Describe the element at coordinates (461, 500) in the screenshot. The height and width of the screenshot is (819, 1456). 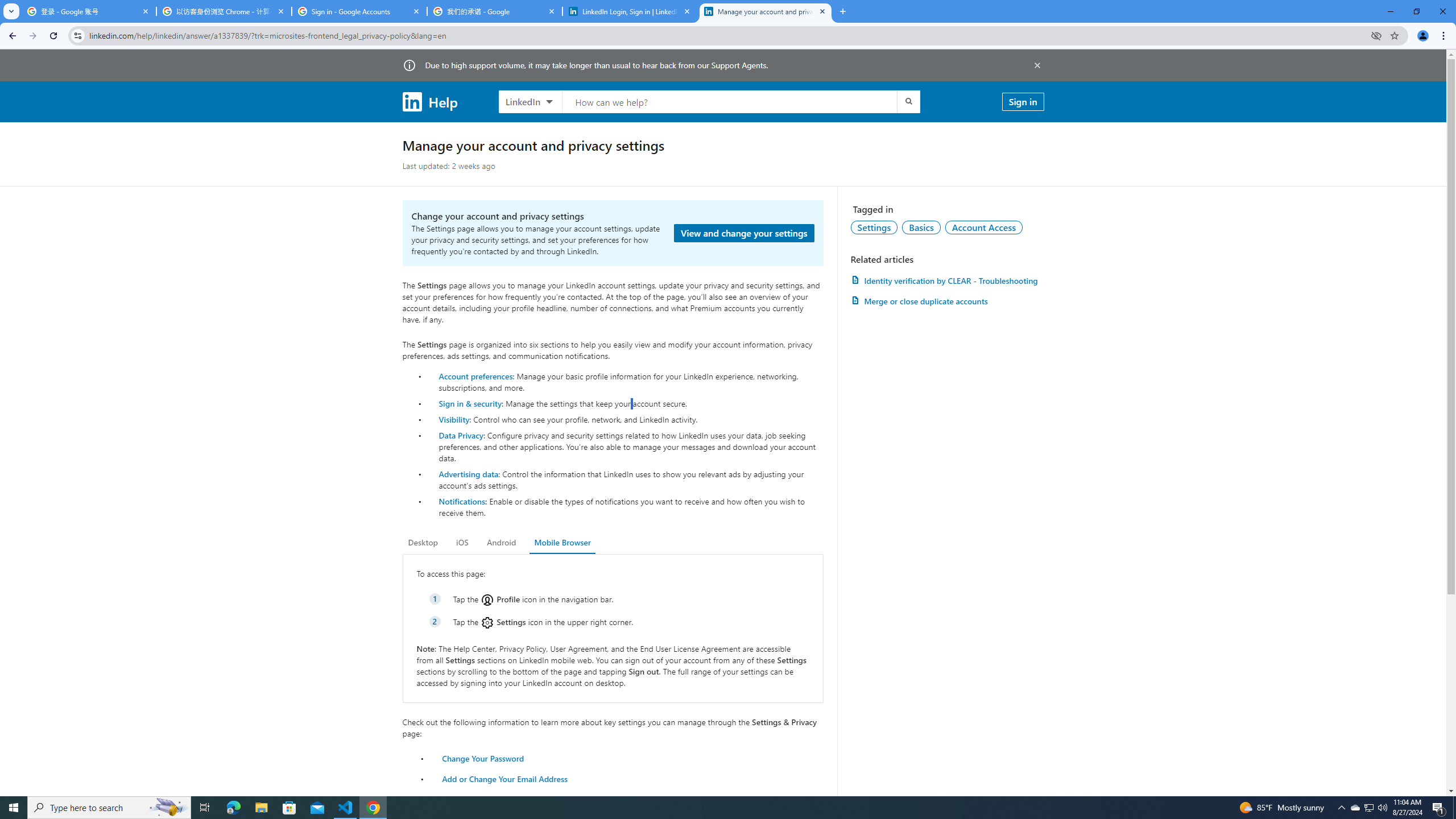
I see `'Notifications'` at that location.